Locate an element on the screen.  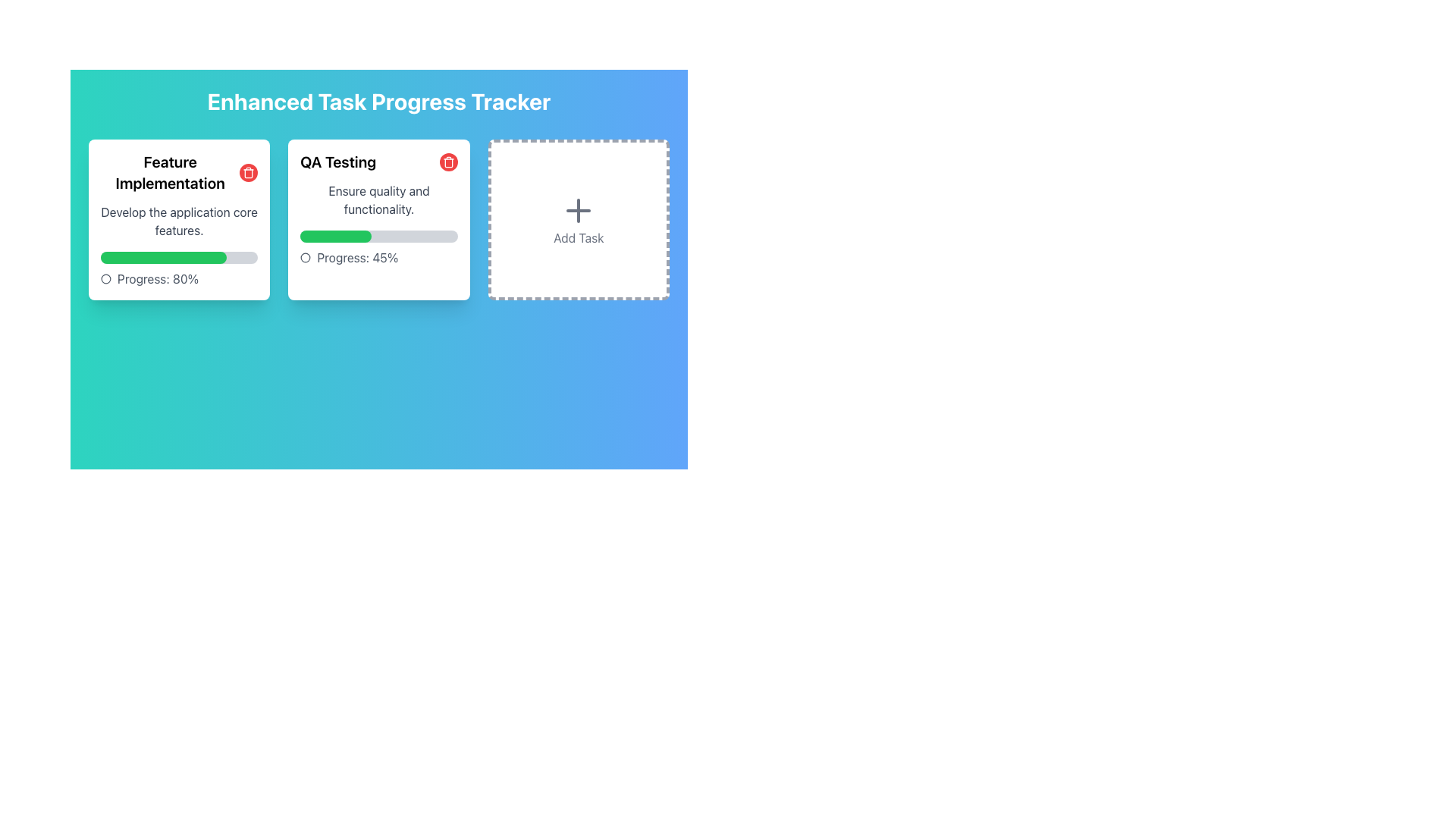
the SVG Circle element located in the first card labeled 'Feature Implementation', positioned near the bottom-left corner below the progress bar is located at coordinates (105, 278).